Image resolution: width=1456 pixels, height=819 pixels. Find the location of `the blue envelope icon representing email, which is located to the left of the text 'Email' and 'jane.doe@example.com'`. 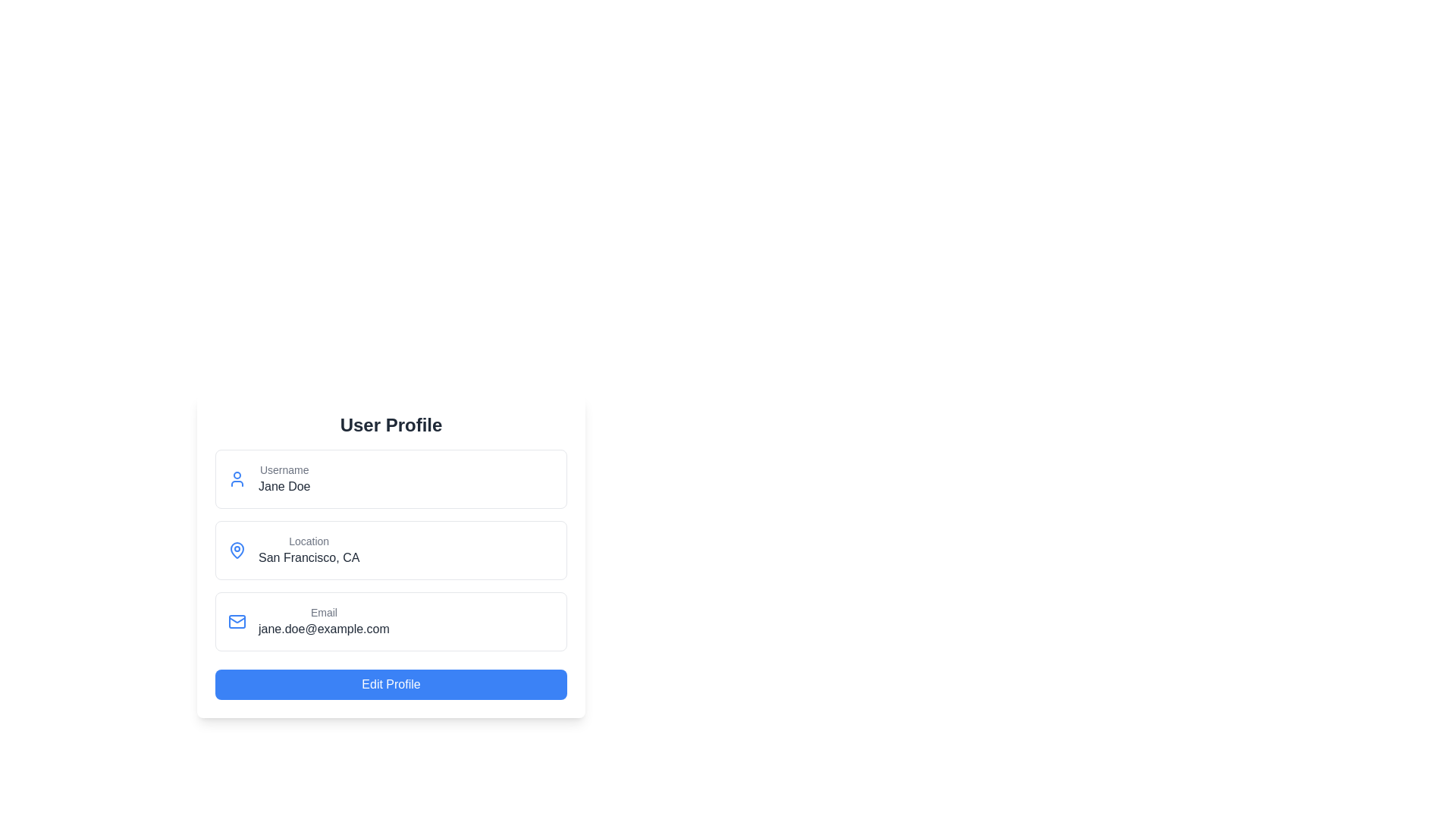

the blue envelope icon representing email, which is located to the left of the text 'Email' and 'jane.doe@example.com' is located at coordinates (236, 622).